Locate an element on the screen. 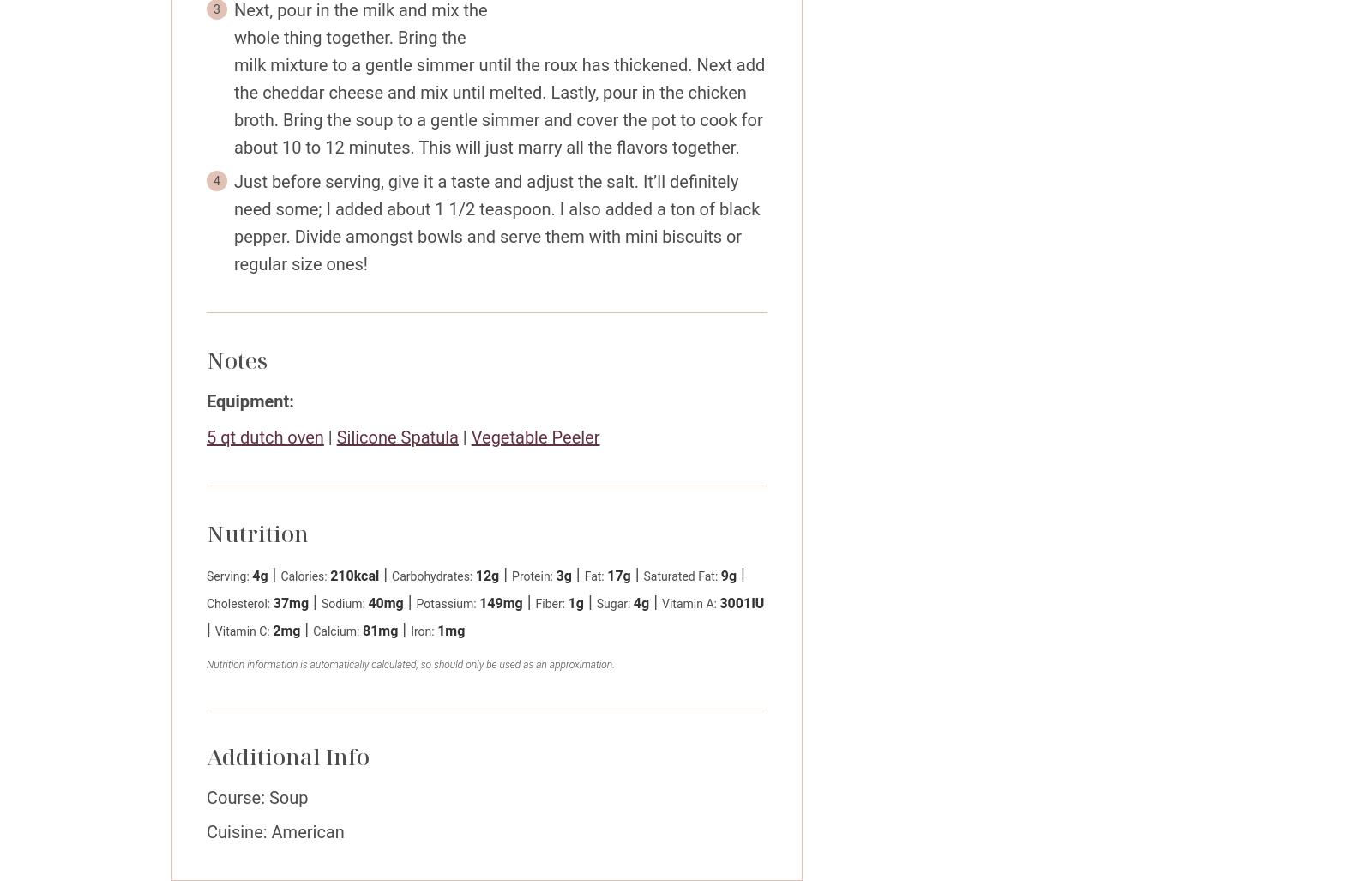  'Nutrition information is automatically calculated, so should only be used as an approximation.' is located at coordinates (410, 663).